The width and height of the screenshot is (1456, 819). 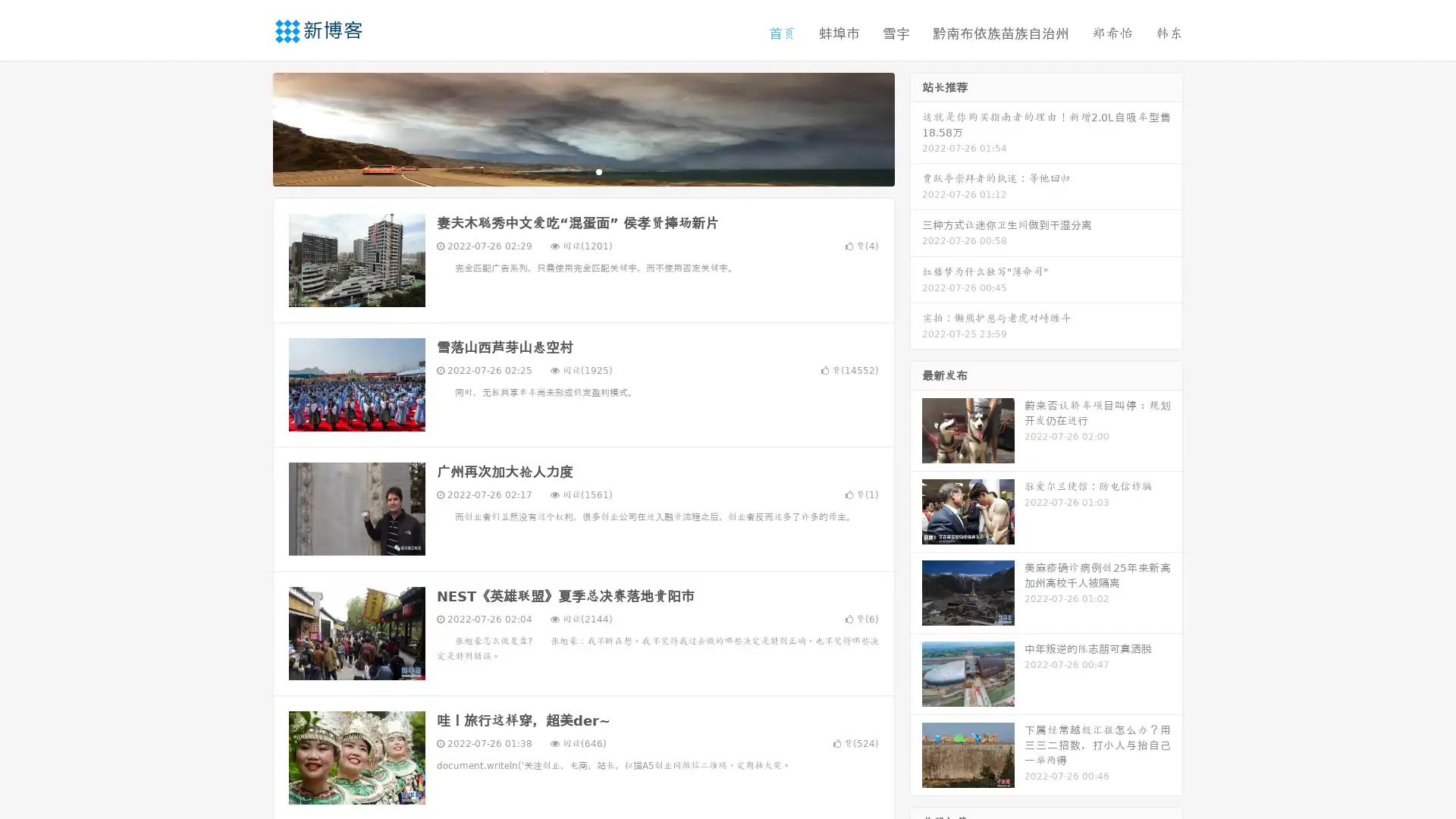 What do you see at coordinates (567, 171) in the screenshot?
I see `Go to slide 1` at bounding box center [567, 171].